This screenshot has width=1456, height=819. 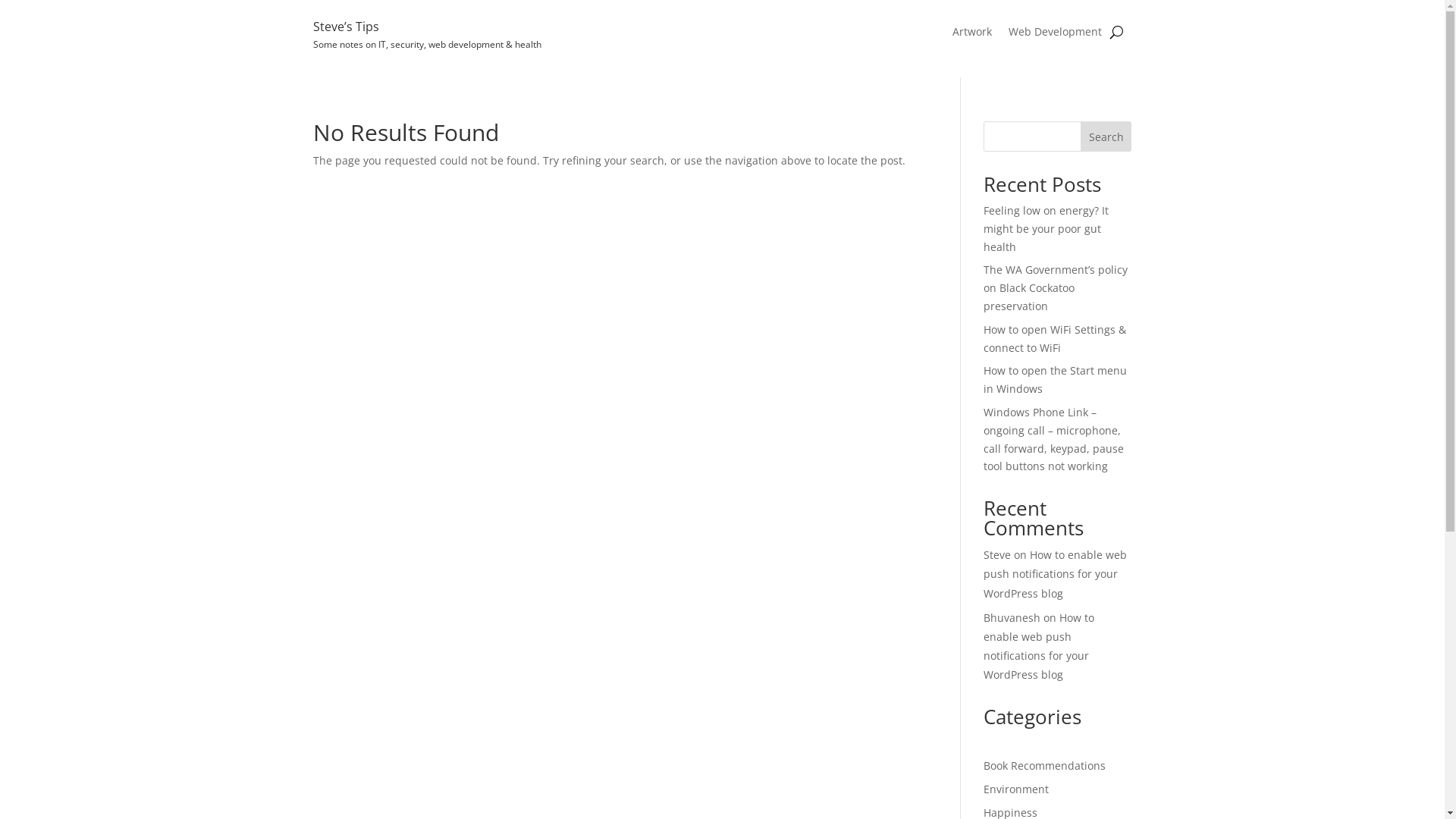 What do you see at coordinates (1015, 788) in the screenshot?
I see `'Environment'` at bounding box center [1015, 788].